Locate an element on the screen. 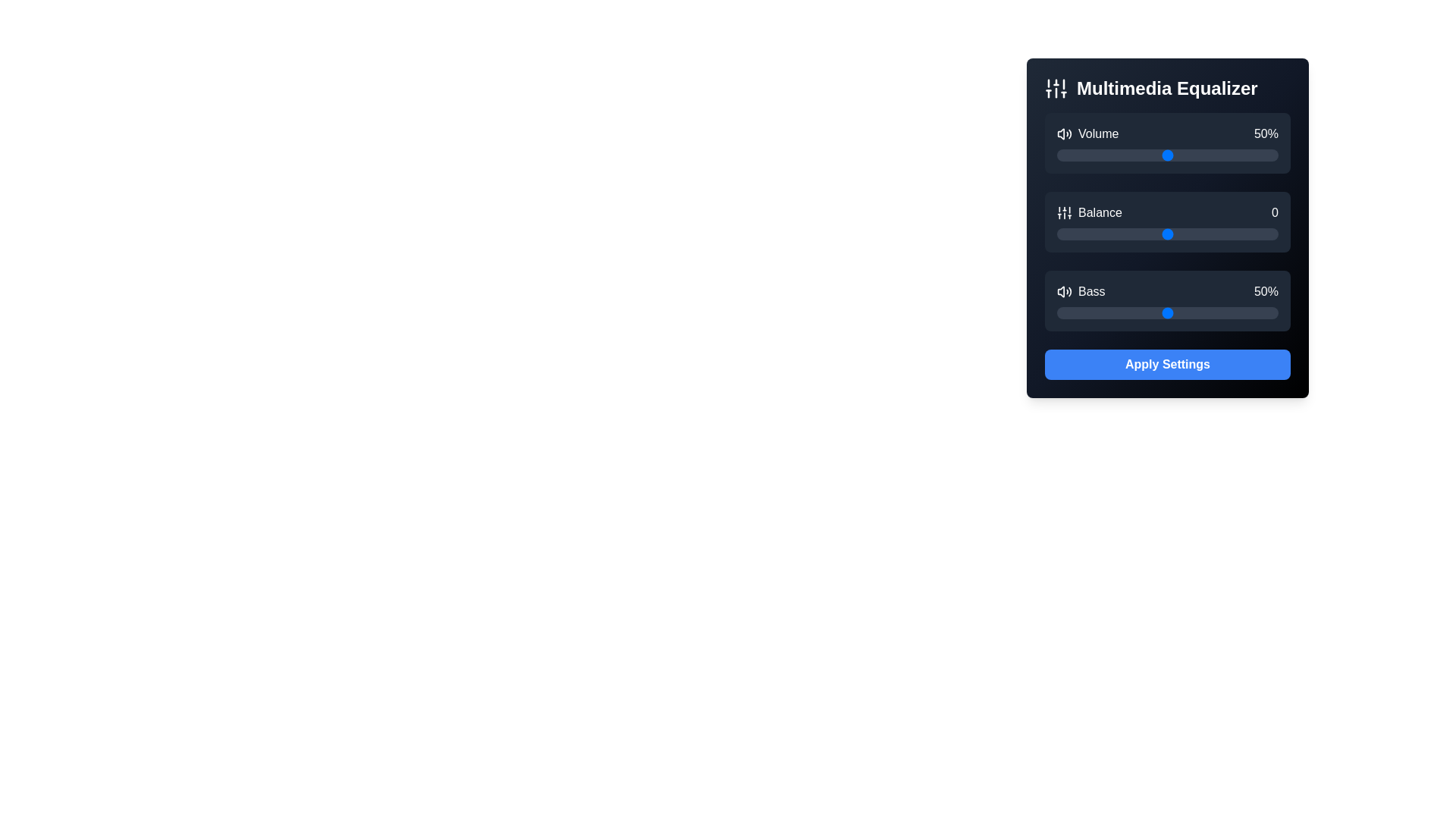 This screenshot has width=1456, height=819. the bass level is located at coordinates (1128, 312).